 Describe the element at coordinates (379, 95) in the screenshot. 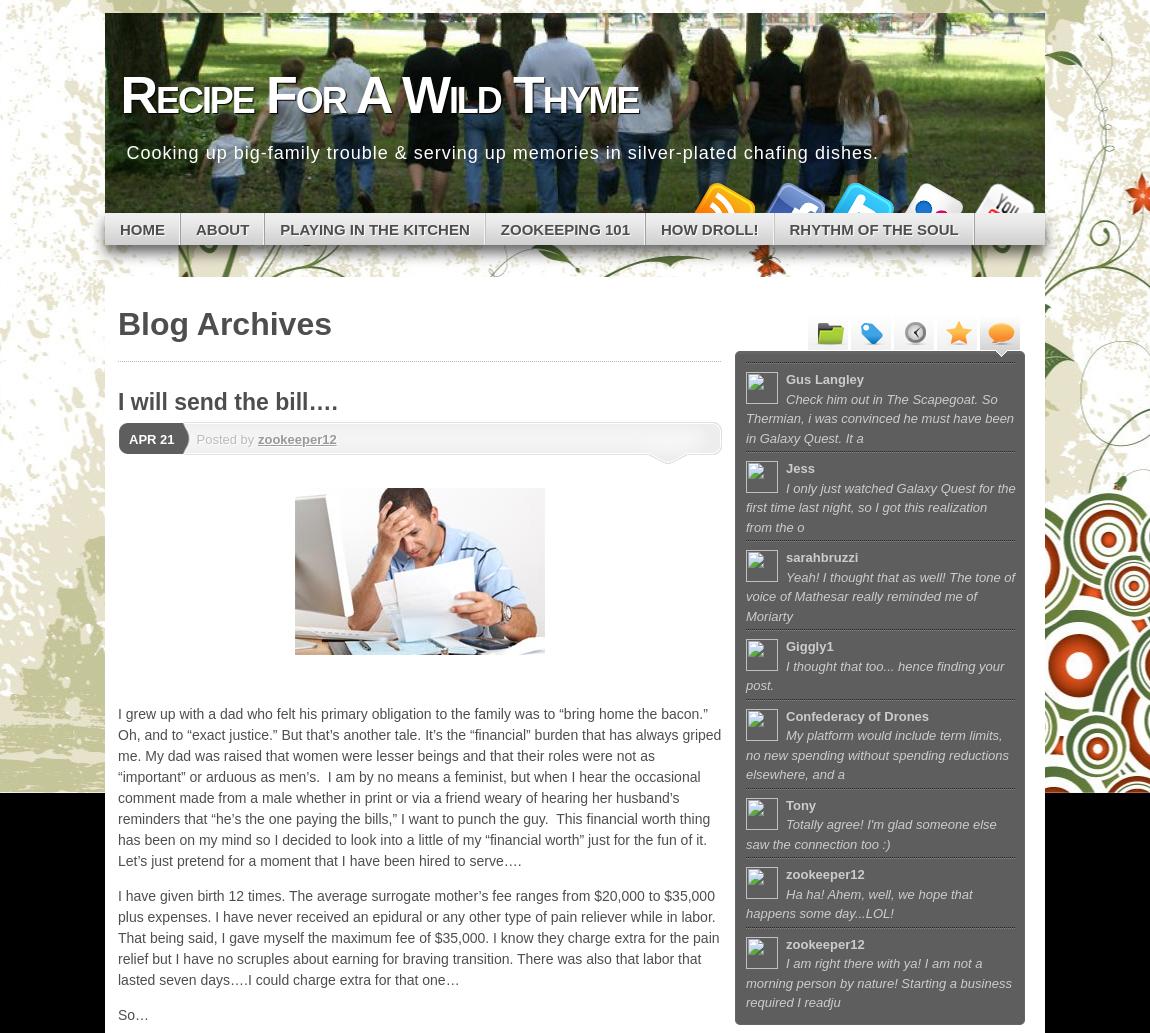

I see `'Recipe For A Wild Thyme'` at that location.